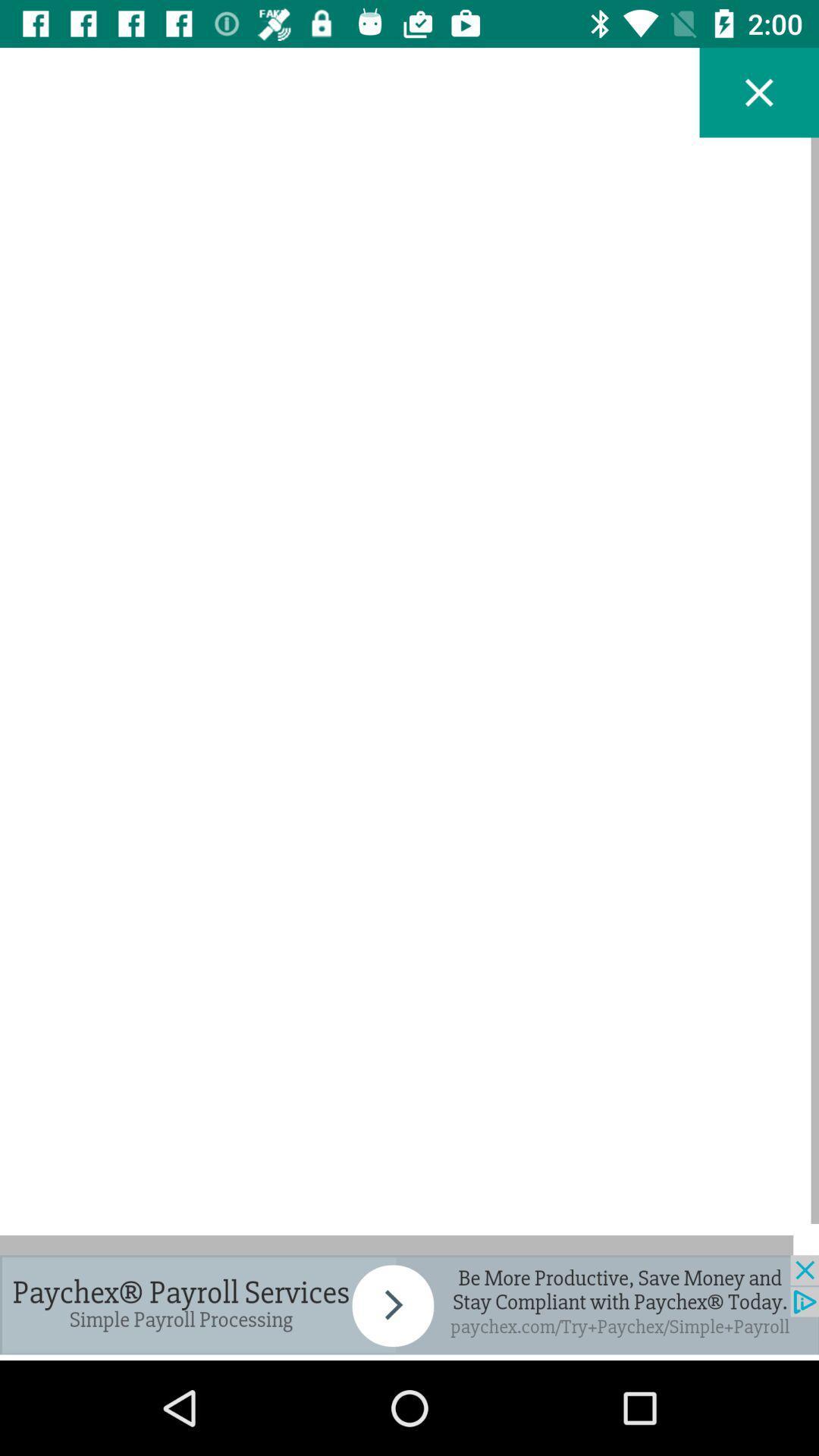 This screenshot has height=1456, width=819. What do you see at coordinates (759, 92) in the screenshot?
I see `screen` at bounding box center [759, 92].